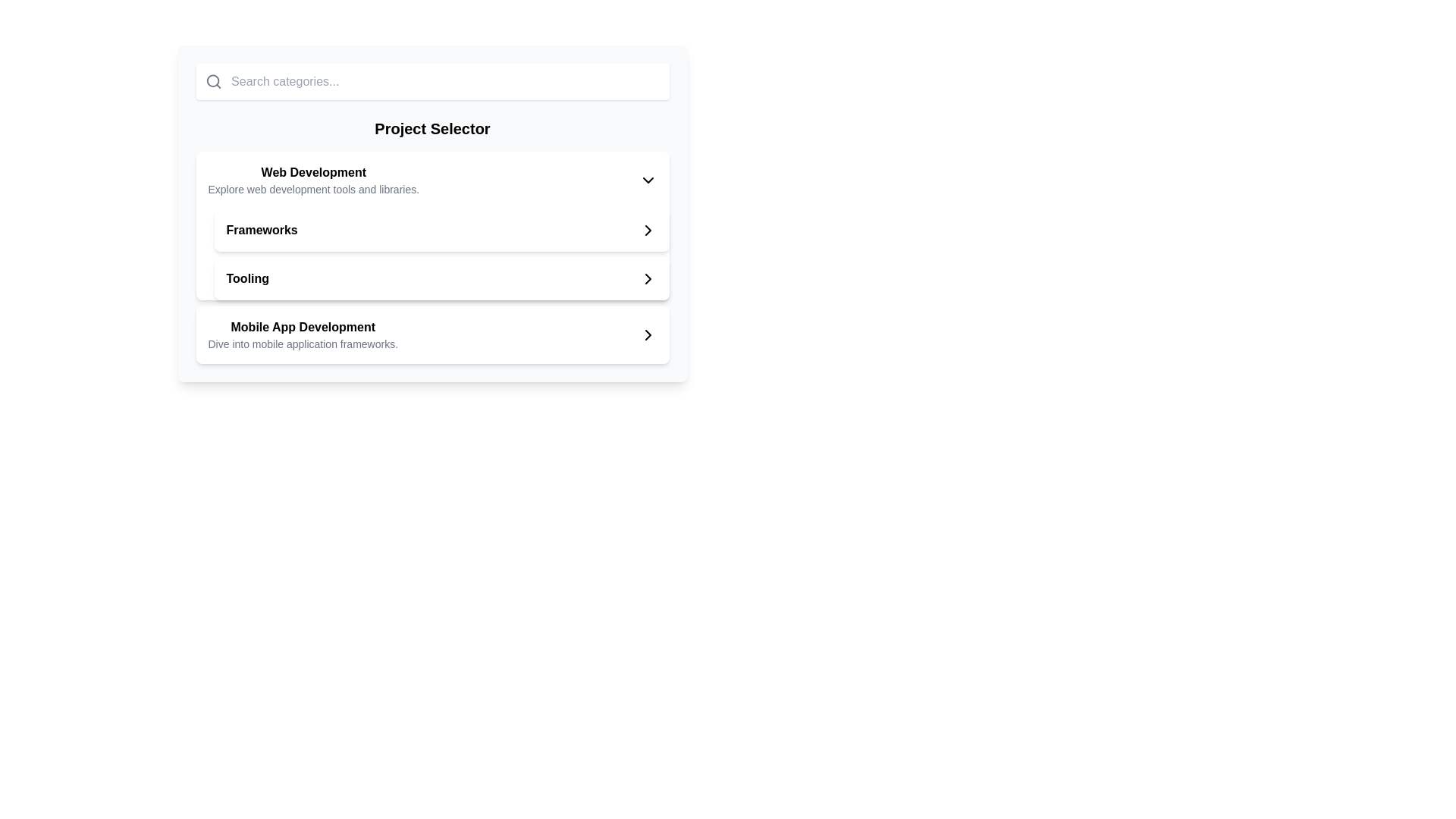 The height and width of the screenshot is (819, 1456). I want to click on the rightward-pointing Chevron icon used for navigation next to the 'Frameworks' entry, so click(648, 231).